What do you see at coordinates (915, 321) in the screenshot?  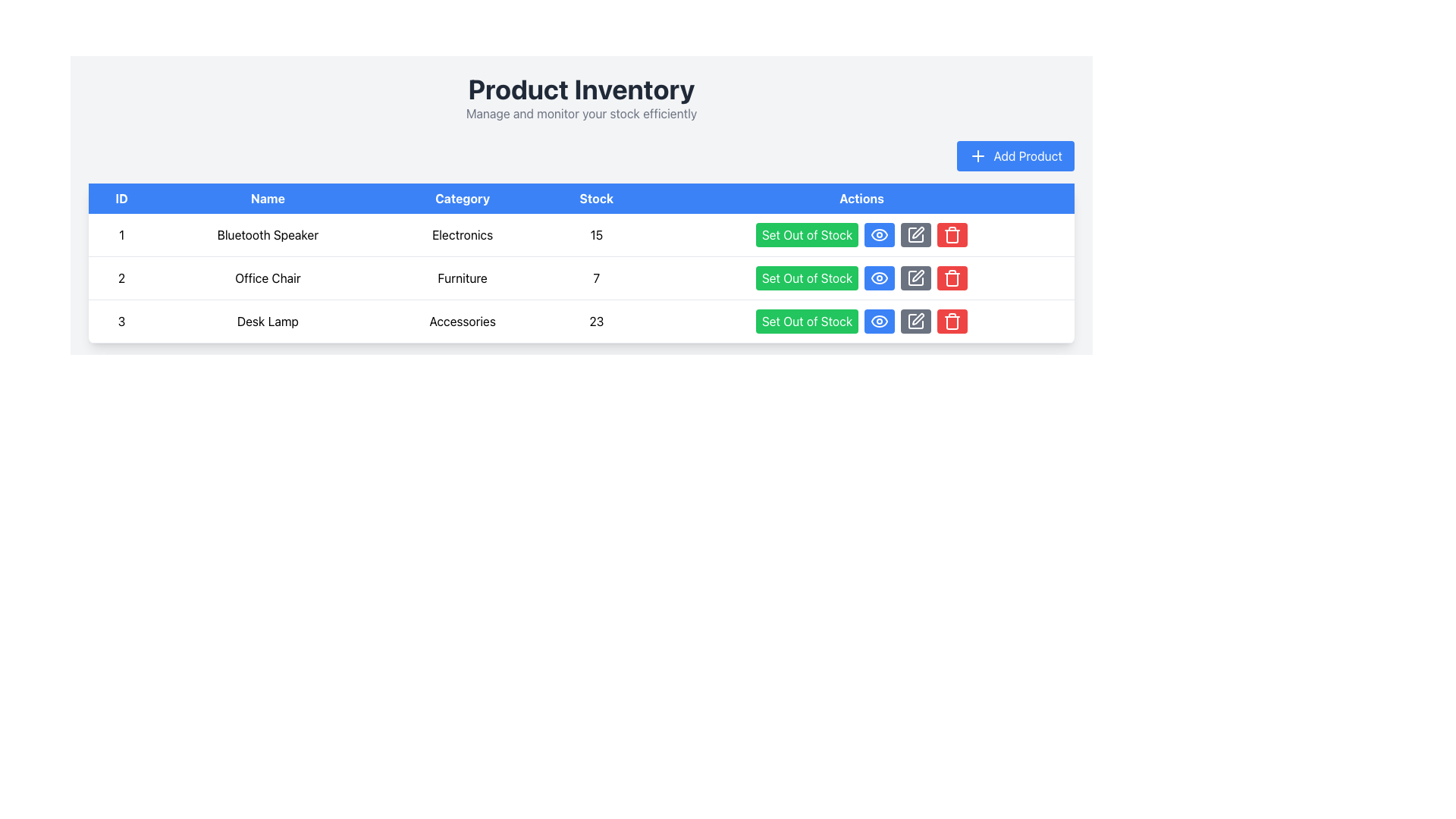 I see `the edit action icon, which is a square outline with rounded corners located in the rightmost column of the third row under the 'Actions' header` at bounding box center [915, 321].